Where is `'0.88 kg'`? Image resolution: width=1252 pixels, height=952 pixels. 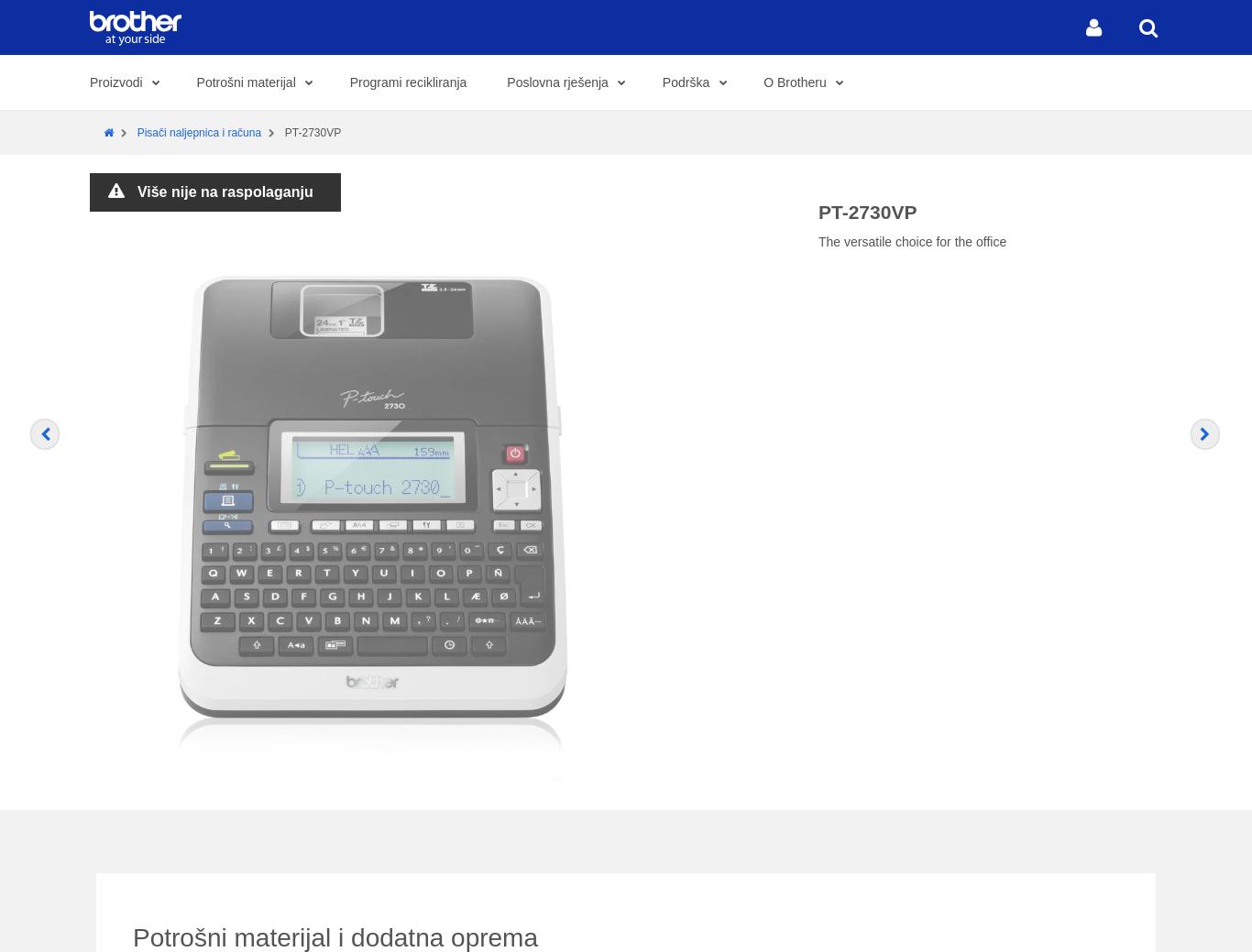
'0.88 kg' is located at coordinates (634, 231).